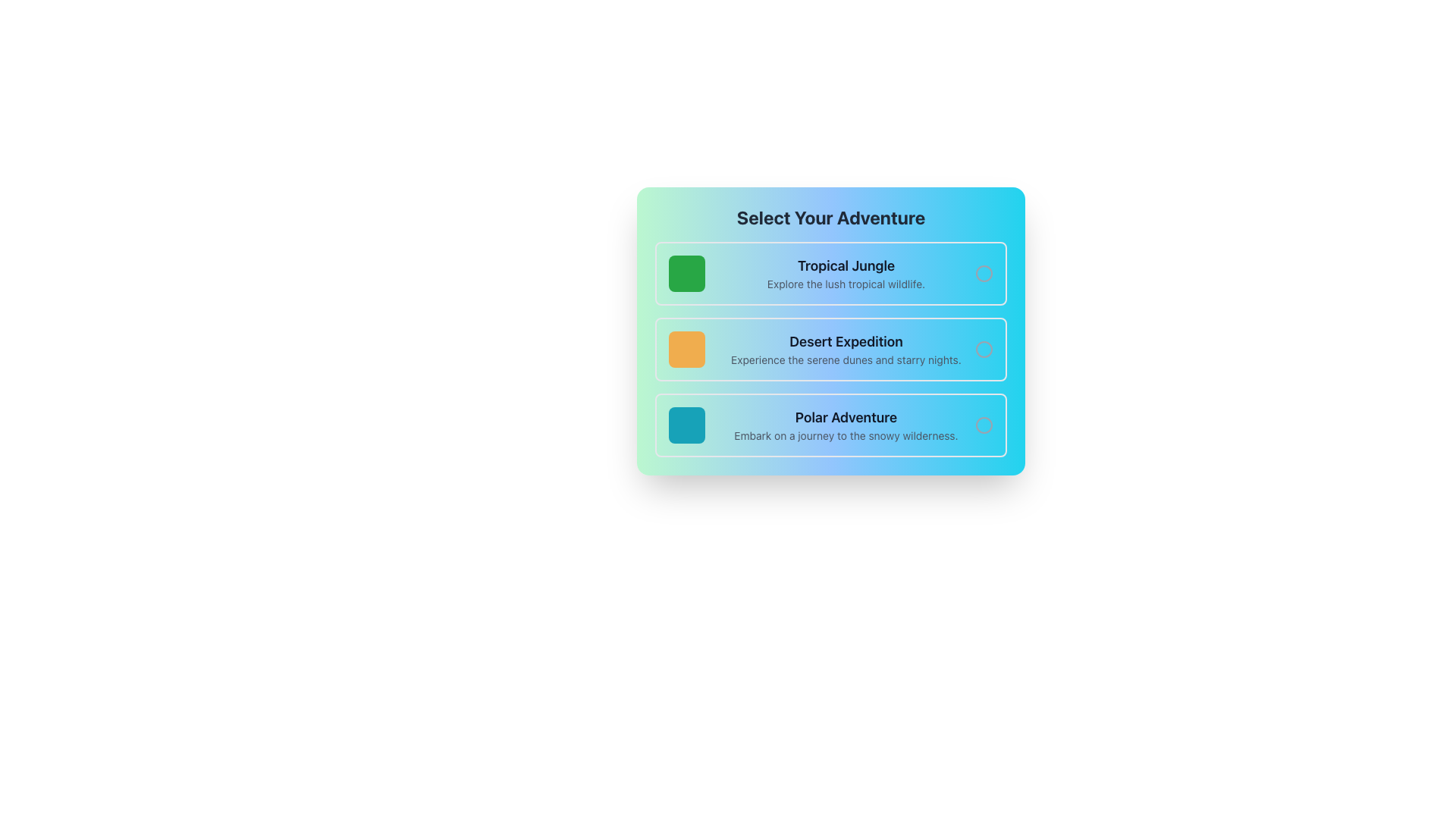 This screenshot has width=1456, height=819. Describe the element at coordinates (846, 265) in the screenshot. I see `bold text label saying 'Tropical Jungle' which is prominently displayed as the first option in a vertical selection interface` at that location.